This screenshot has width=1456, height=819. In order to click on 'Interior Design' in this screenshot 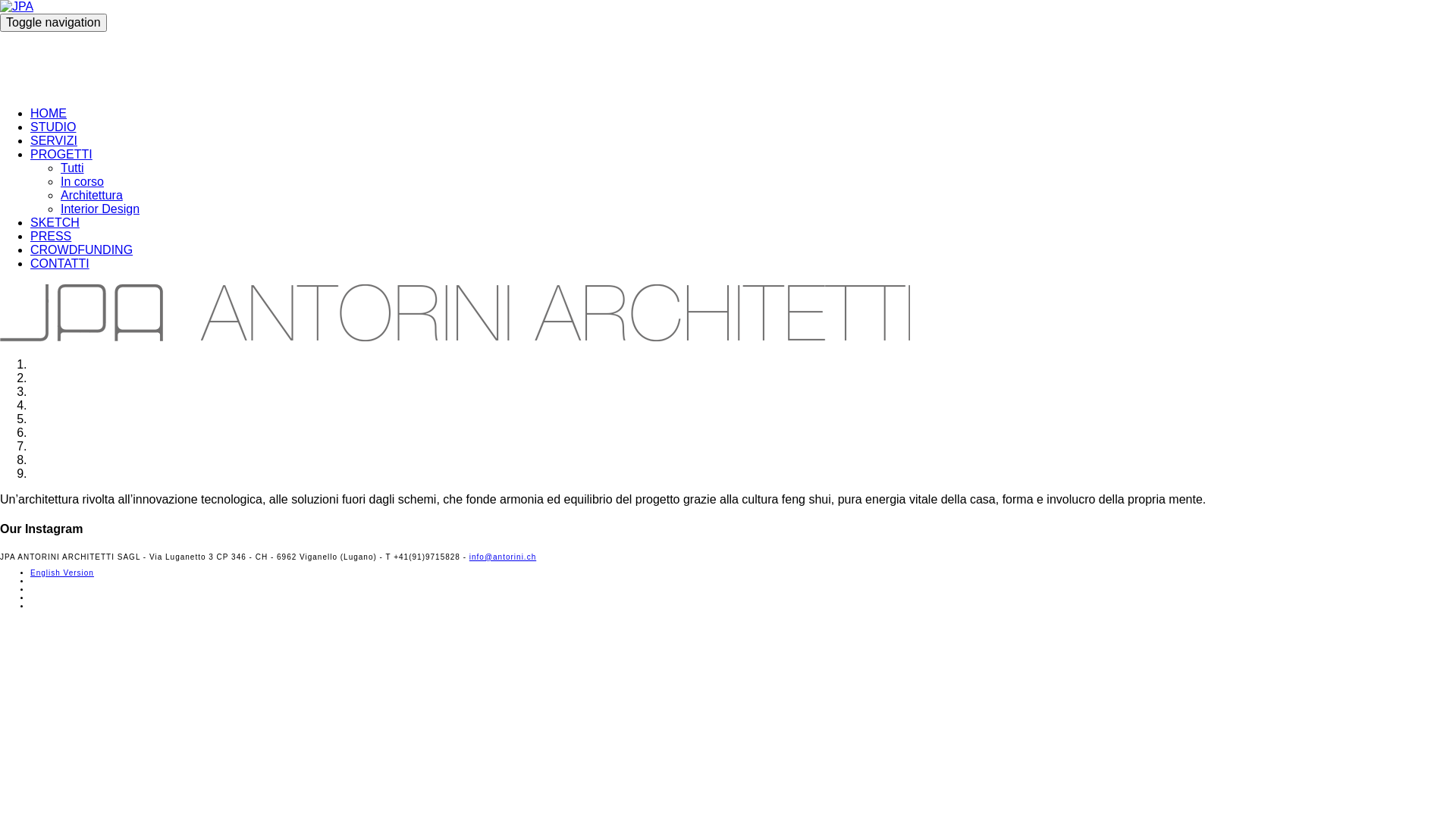, I will do `click(99, 209)`.